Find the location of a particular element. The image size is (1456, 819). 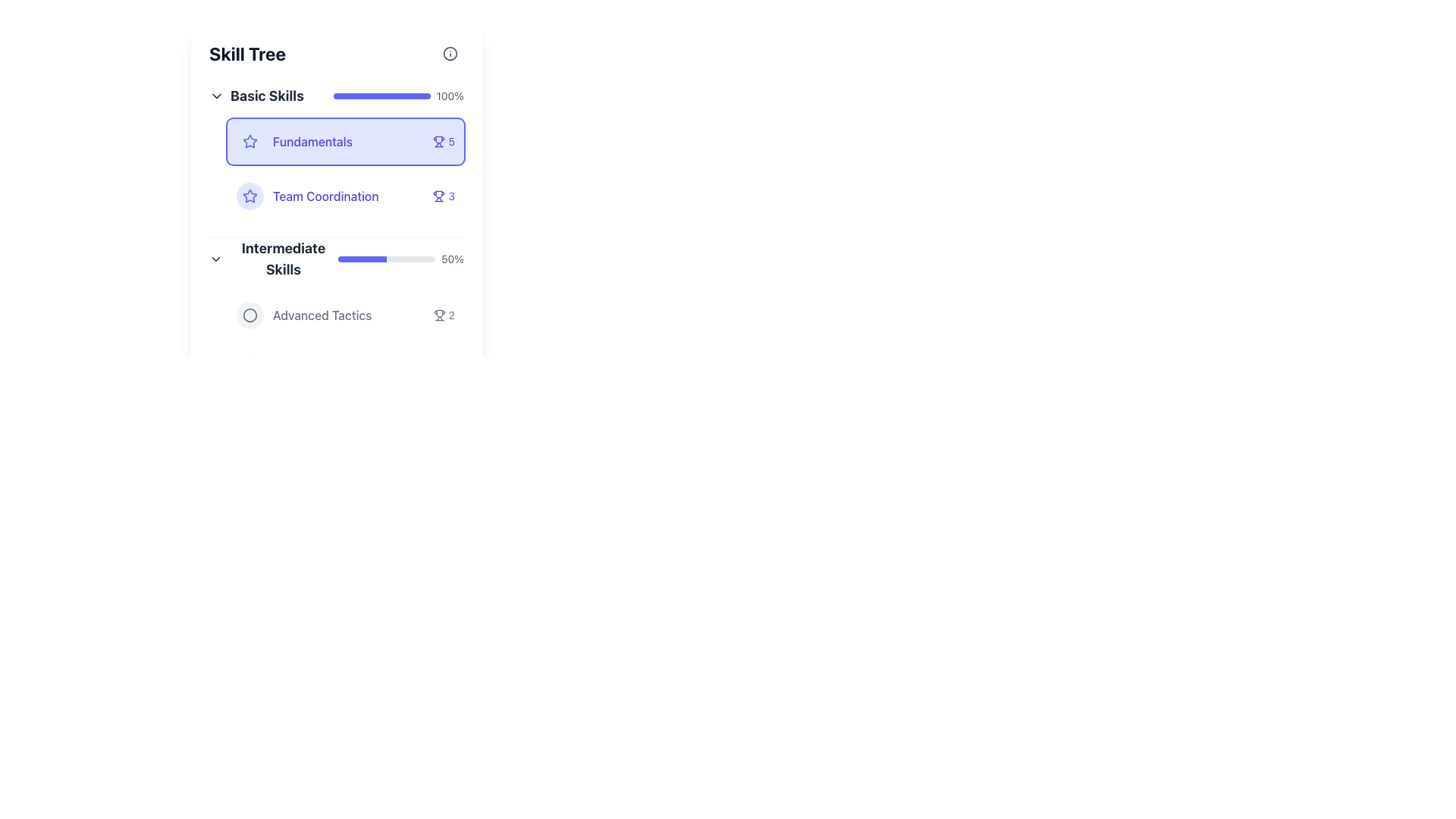

the card-style informational component displaying achievements or progress metrics for the skills labeled 'Fundamentals' and 'Team Coordination' within the 'Skill Tree' interface under the 'Basic Skills' category is located at coordinates (345, 169).